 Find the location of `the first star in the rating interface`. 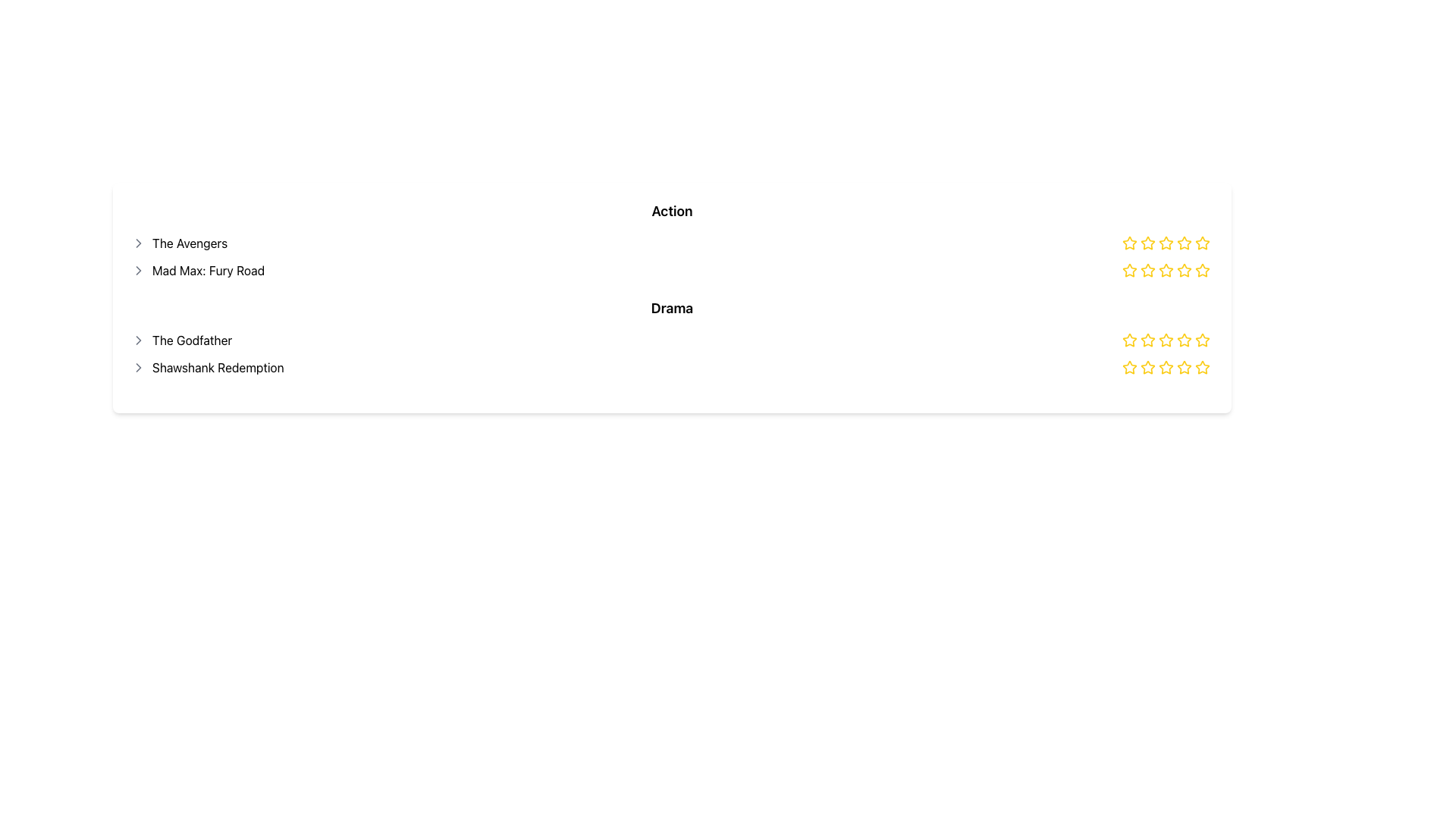

the first star in the rating interface is located at coordinates (1129, 242).